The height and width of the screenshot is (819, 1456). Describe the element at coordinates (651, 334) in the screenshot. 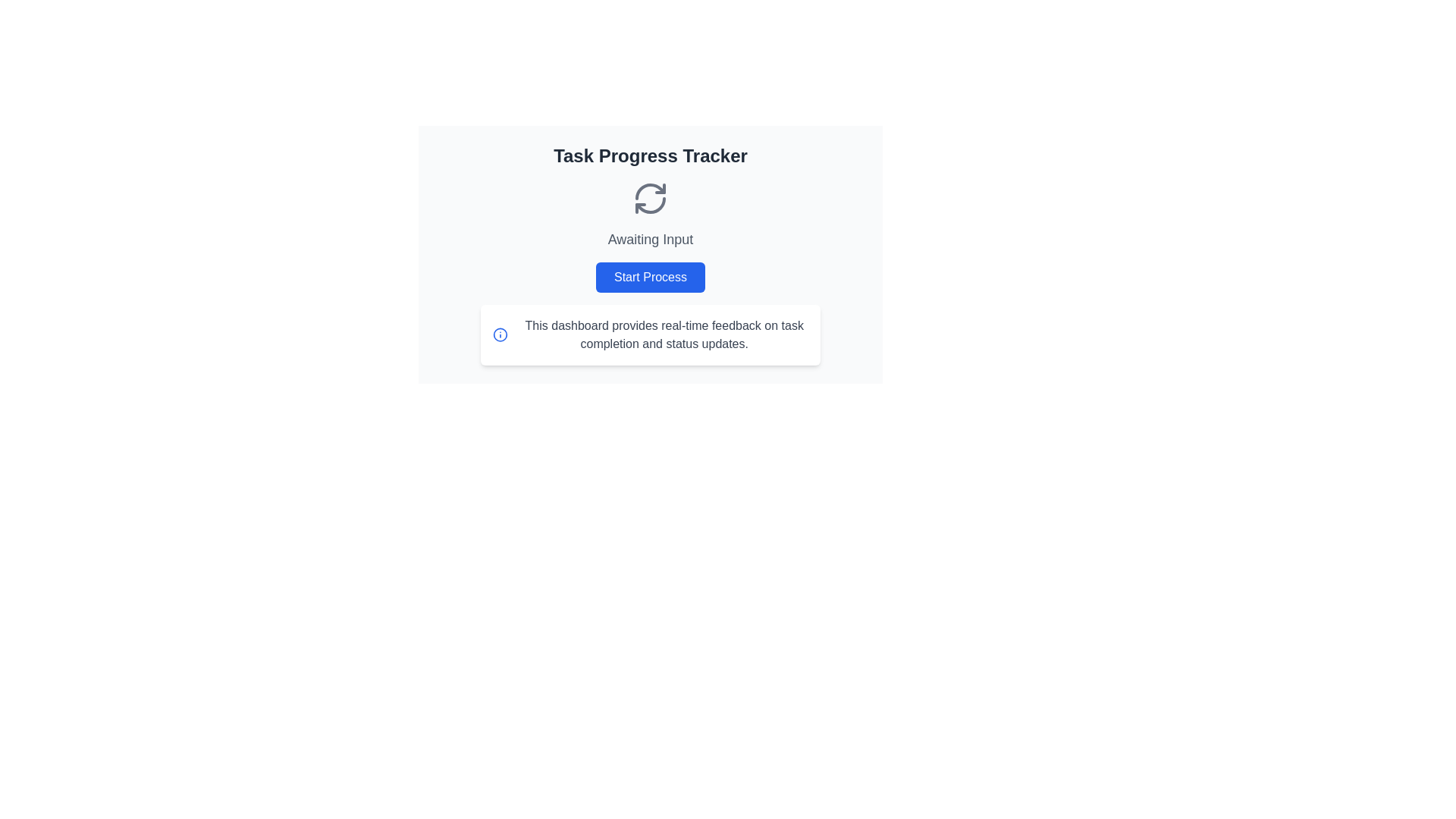

I see `the Informational Tooltip element that contains the text 'This dashboard provides real-time feedback on task completion and status updates.'` at that location.